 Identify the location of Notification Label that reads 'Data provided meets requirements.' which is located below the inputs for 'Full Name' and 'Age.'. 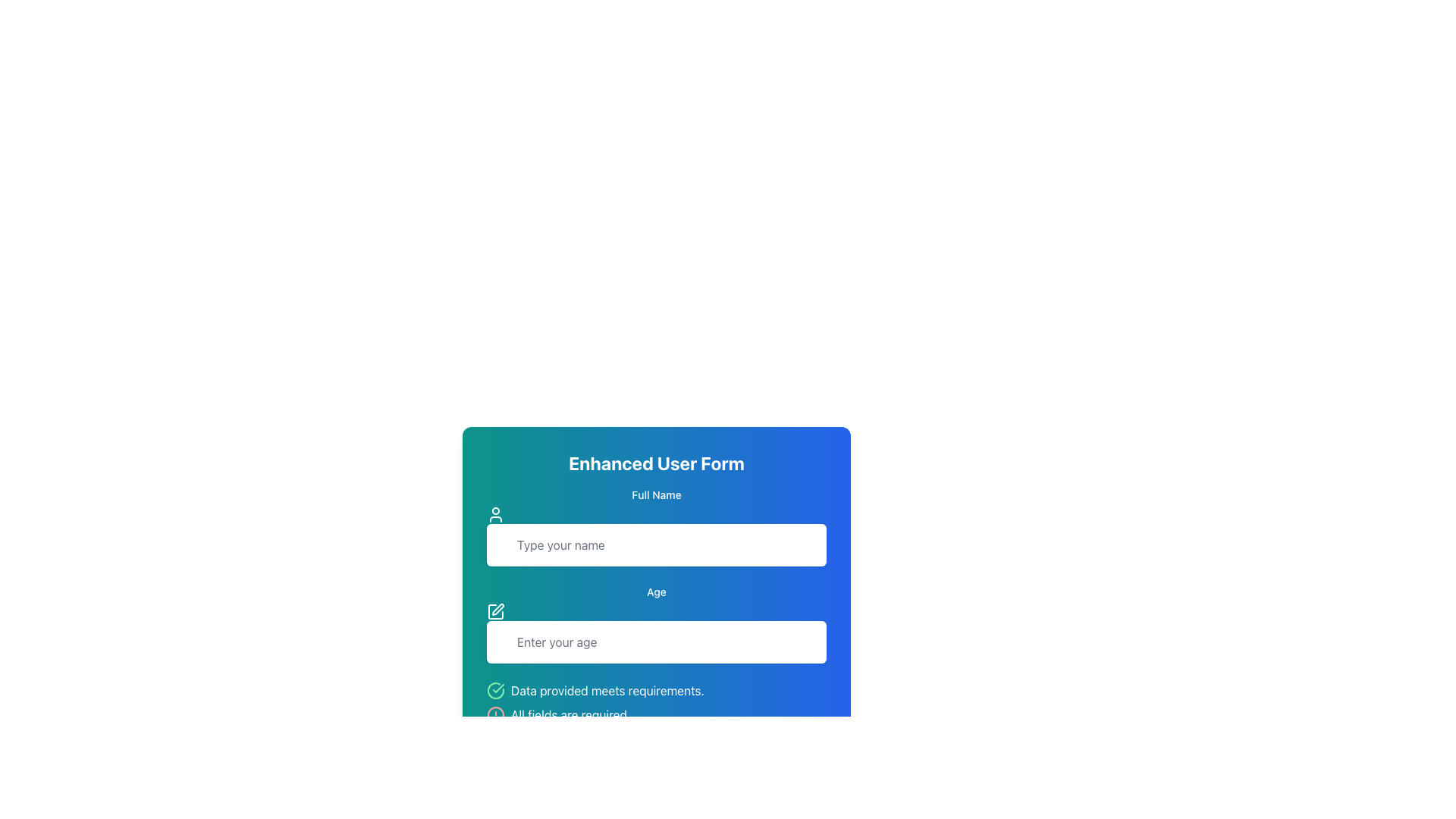
(656, 690).